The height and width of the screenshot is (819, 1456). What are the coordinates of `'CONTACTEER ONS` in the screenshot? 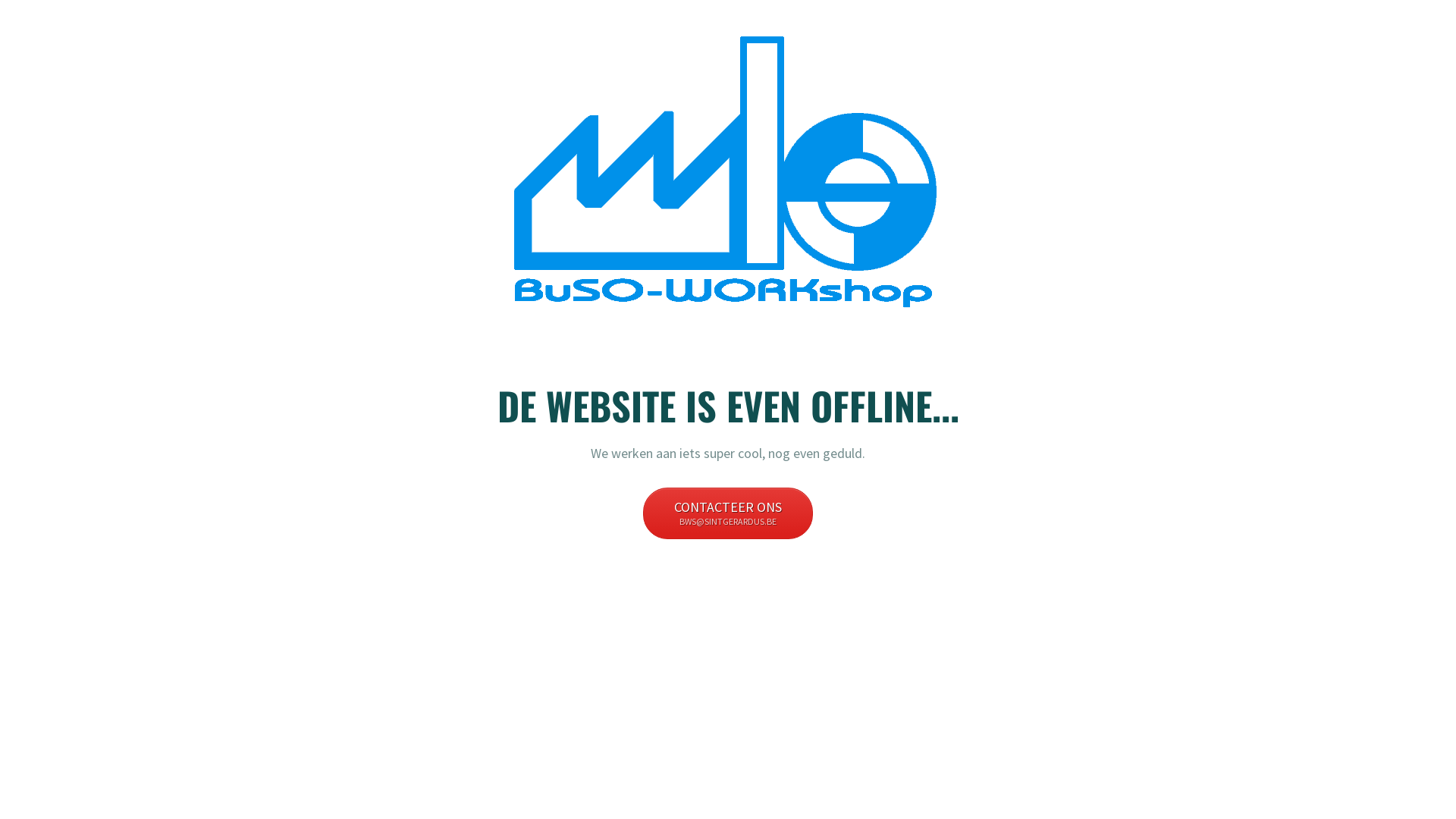 It's located at (643, 513).